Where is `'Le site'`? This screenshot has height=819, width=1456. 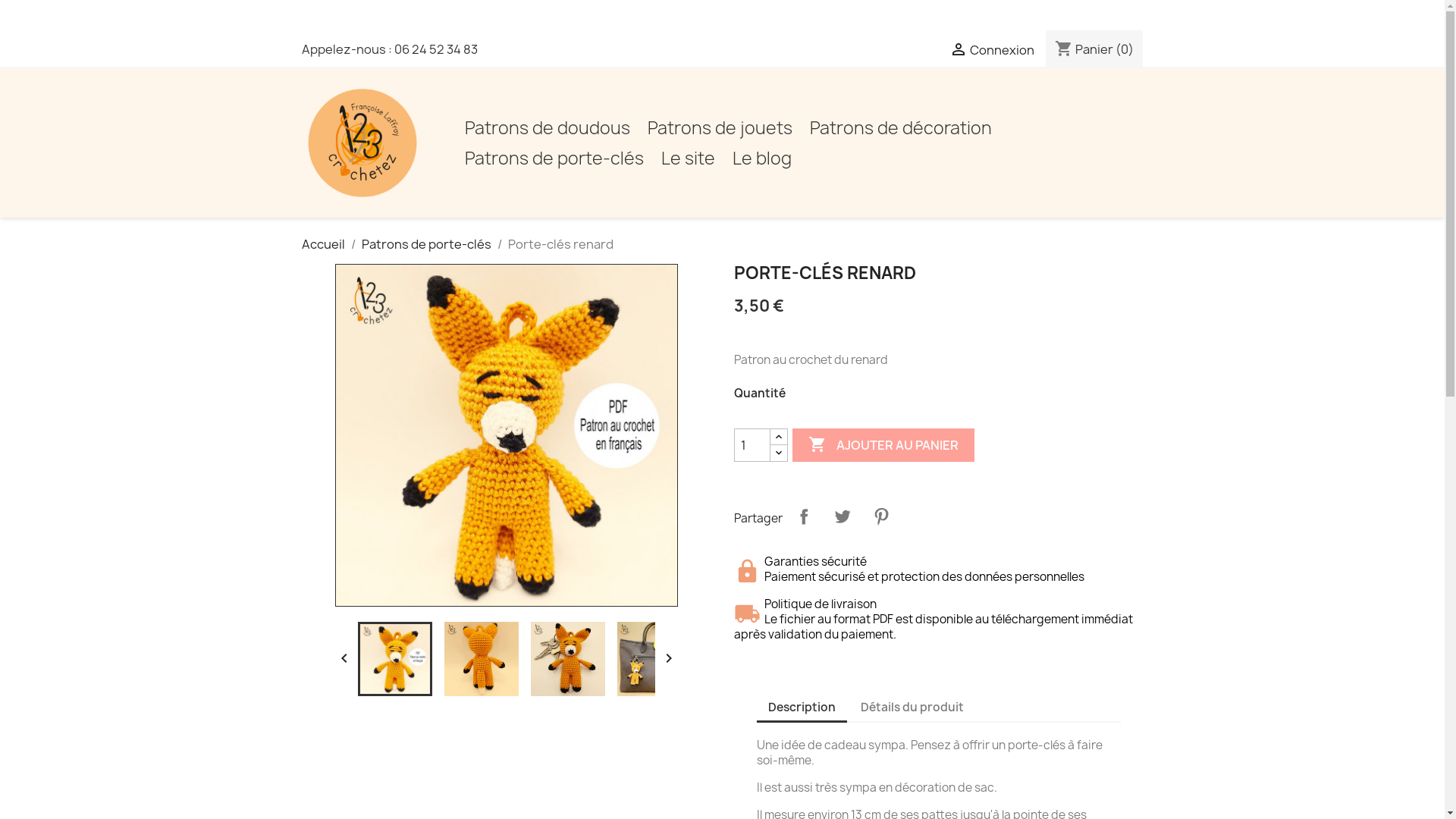
'Le site' is located at coordinates (687, 158).